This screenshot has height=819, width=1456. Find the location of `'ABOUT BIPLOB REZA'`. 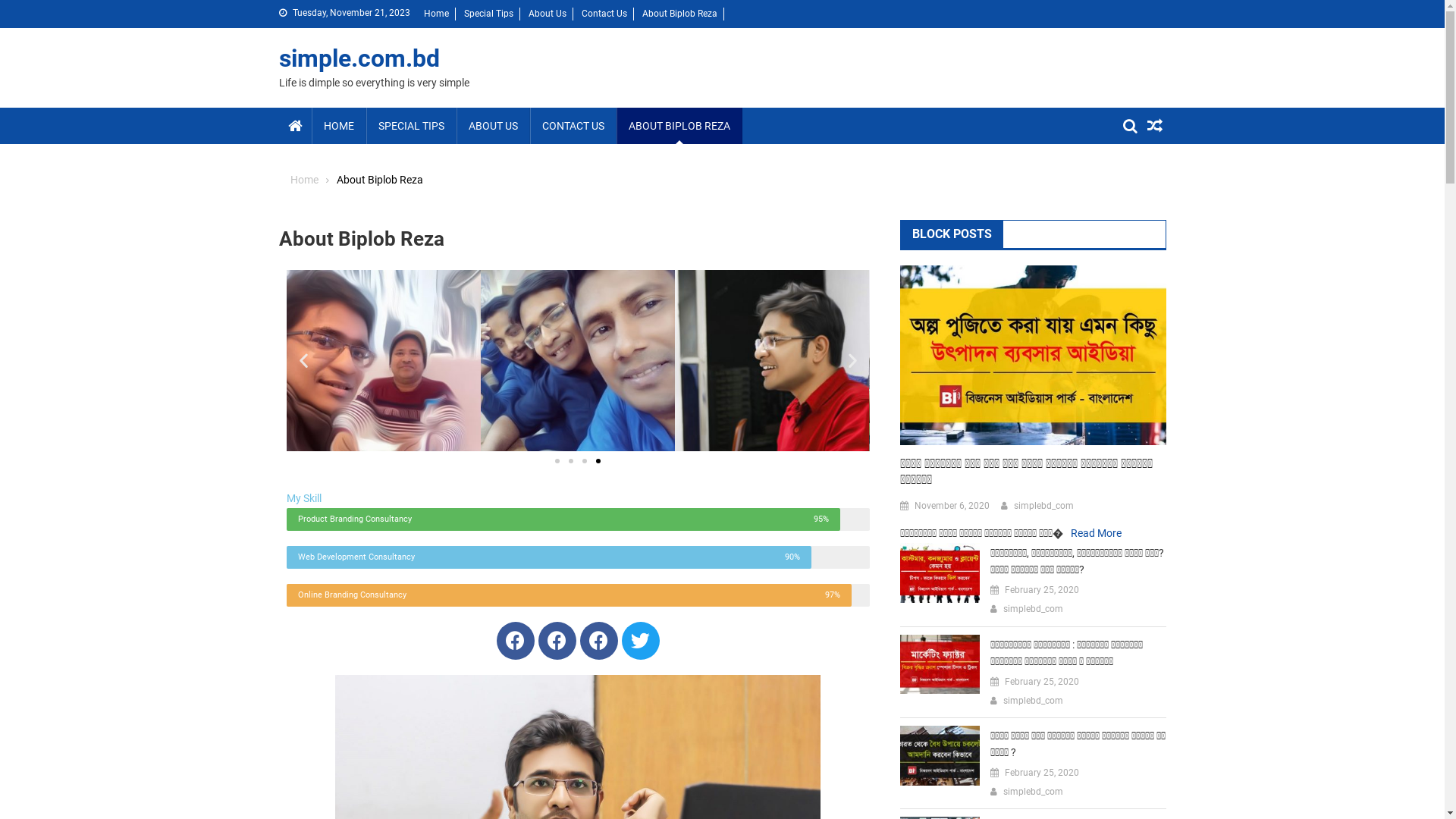

'ABOUT BIPLOB REZA' is located at coordinates (615, 124).